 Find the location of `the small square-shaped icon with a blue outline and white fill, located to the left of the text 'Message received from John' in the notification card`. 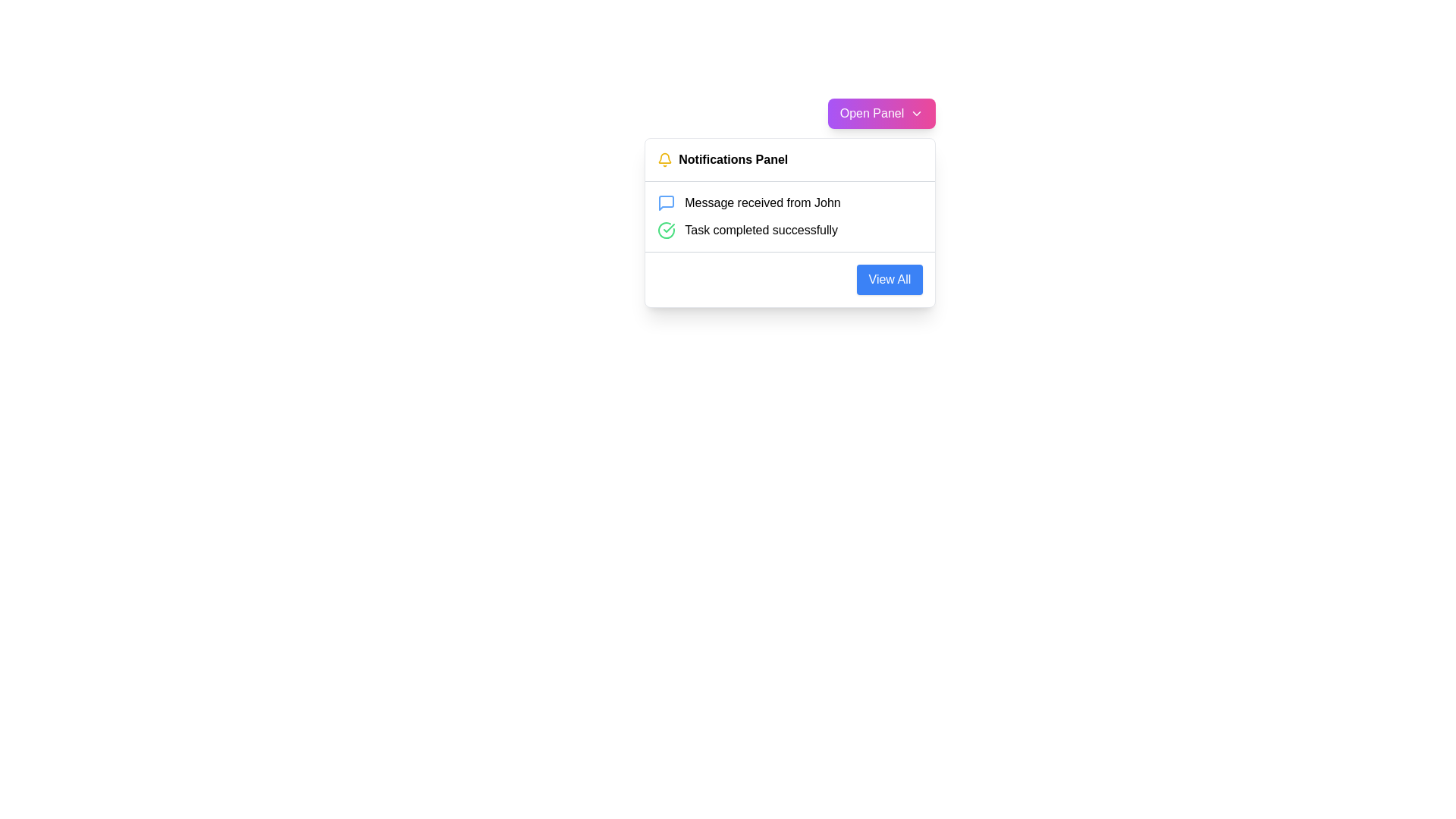

the small square-shaped icon with a blue outline and white fill, located to the left of the text 'Message received from John' in the notification card is located at coordinates (667, 202).